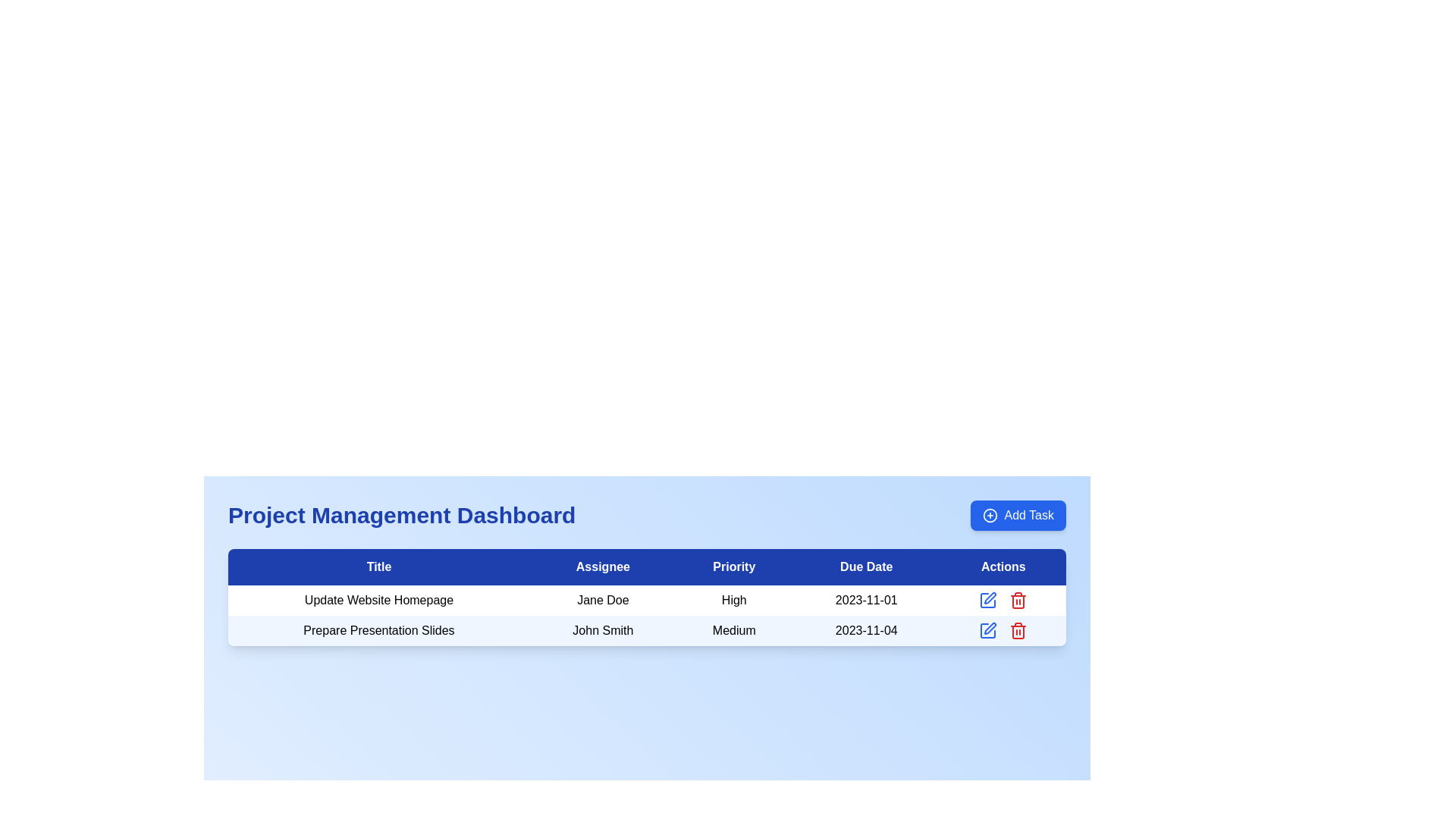 Image resolution: width=1456 pixels, height=819 pixels. What do you see at coordinates (990, 514) in the screenshot?
I see `the circular icon with a plus sign in the middle, which is located to the left of the 'Add Task' button` at bounding box center [990, 514].